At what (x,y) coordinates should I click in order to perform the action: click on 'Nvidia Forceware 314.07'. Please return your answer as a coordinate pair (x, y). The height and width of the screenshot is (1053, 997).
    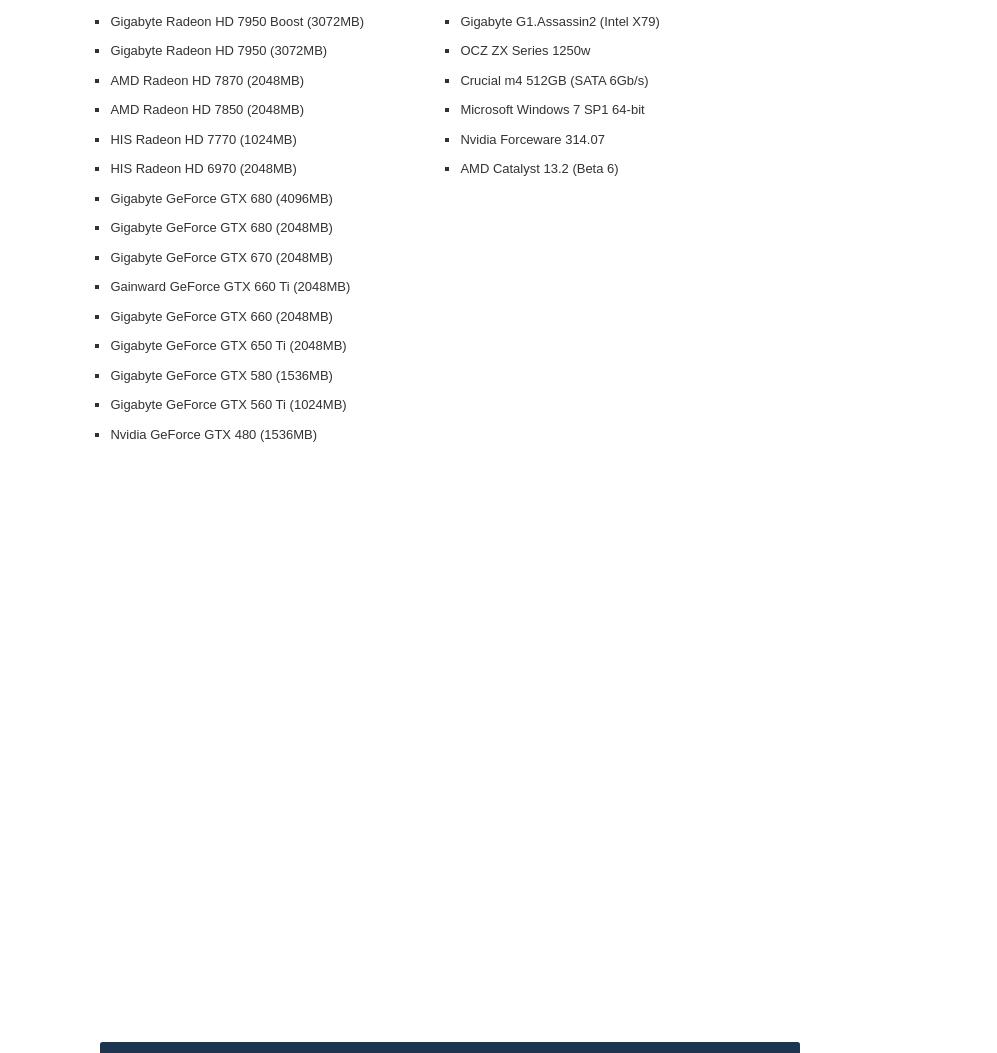
    Looking at the image, I should click on (530, 138).